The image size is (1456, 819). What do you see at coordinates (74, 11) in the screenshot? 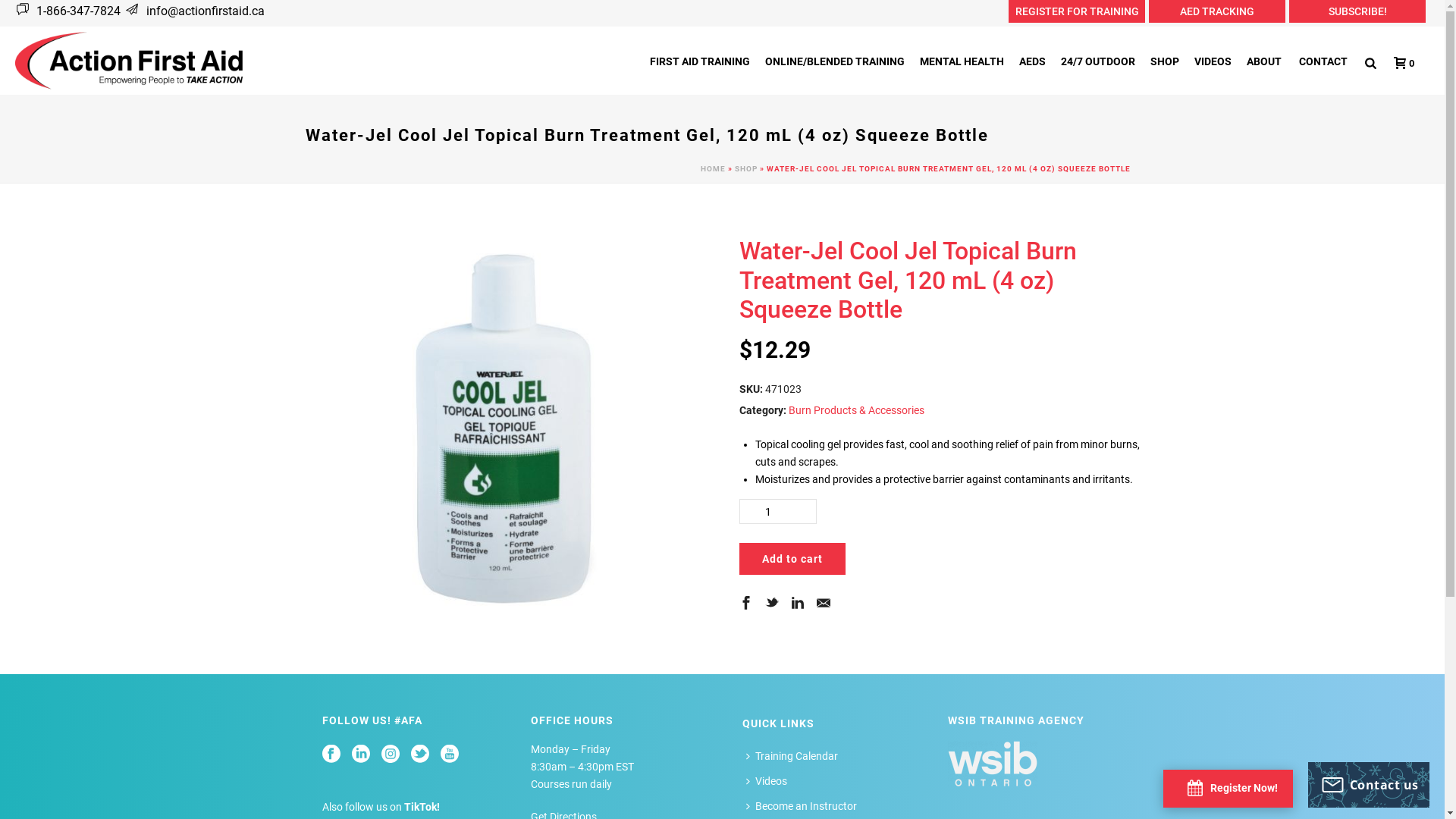
I see `'  1-866-347-7824'` at bounding box center [74, 11].